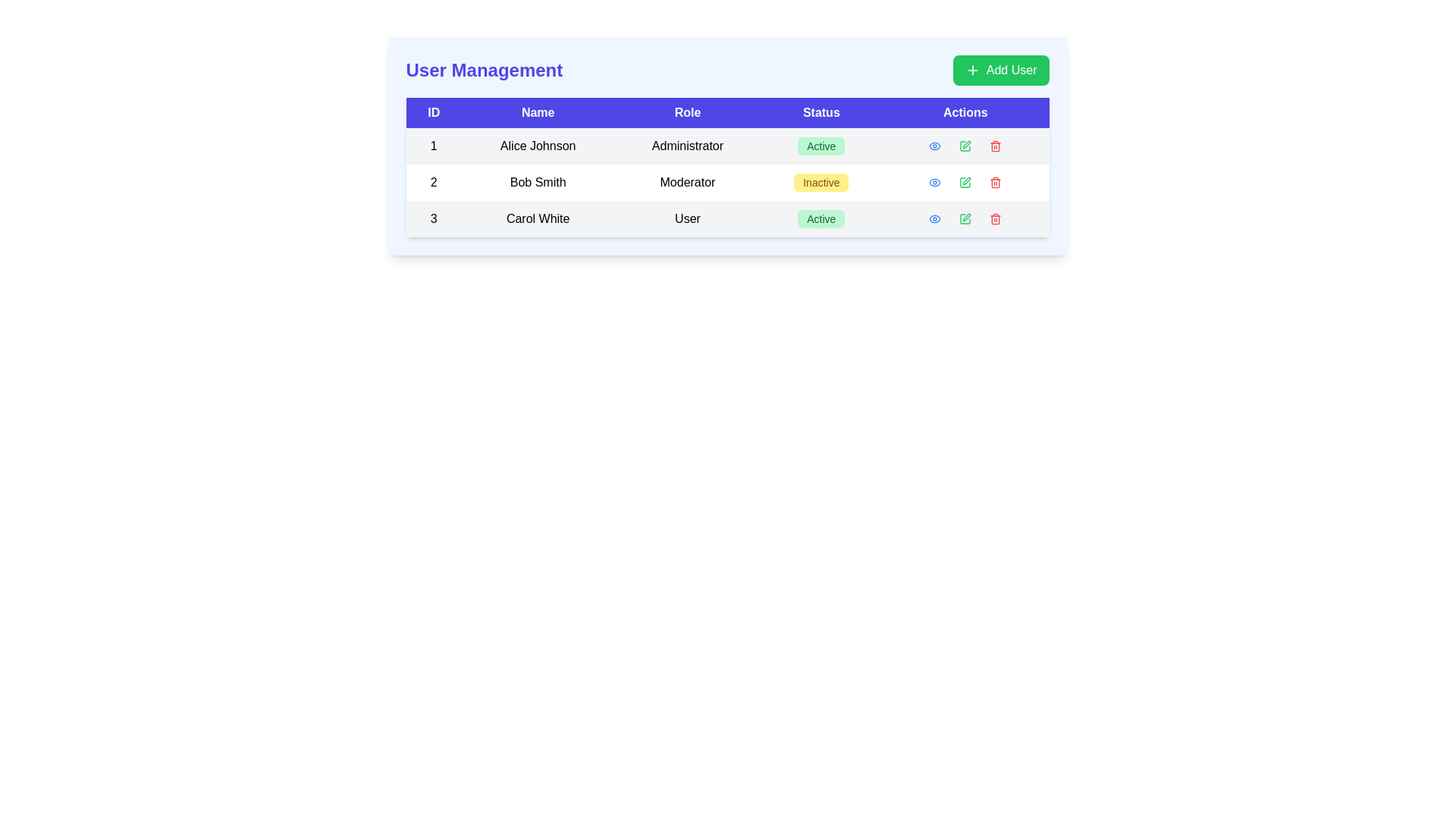  Describe the element at coordinates (821, 219) in the screenshot. I see `the non-interactive label indicating the status of user 'Carol White' as active, located in the third row of the table under the 'Status' column` at that location.